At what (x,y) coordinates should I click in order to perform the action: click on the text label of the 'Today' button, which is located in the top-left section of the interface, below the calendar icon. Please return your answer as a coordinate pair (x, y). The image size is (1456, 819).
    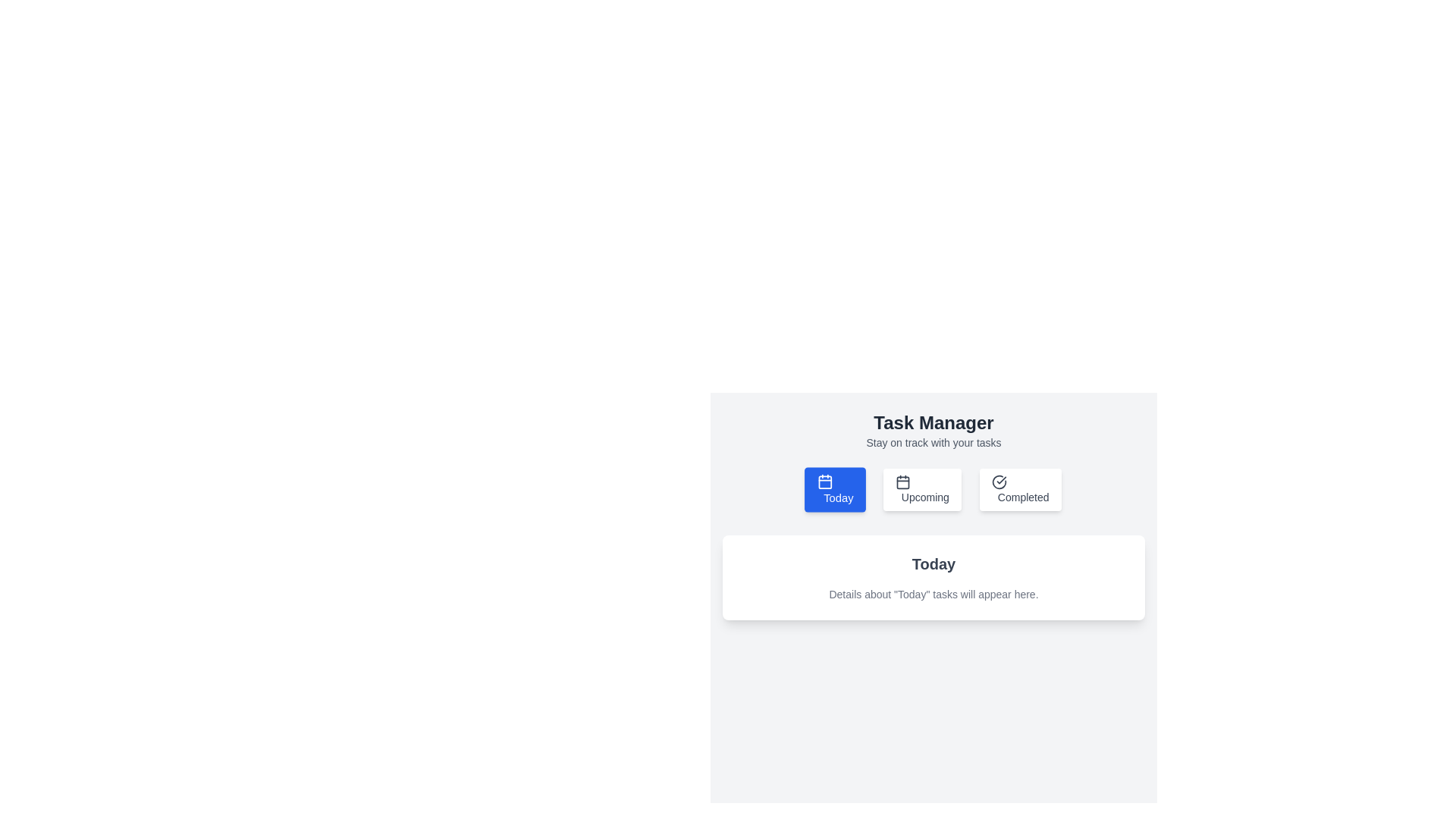
    Looking at the image, I should click on (838, 497).